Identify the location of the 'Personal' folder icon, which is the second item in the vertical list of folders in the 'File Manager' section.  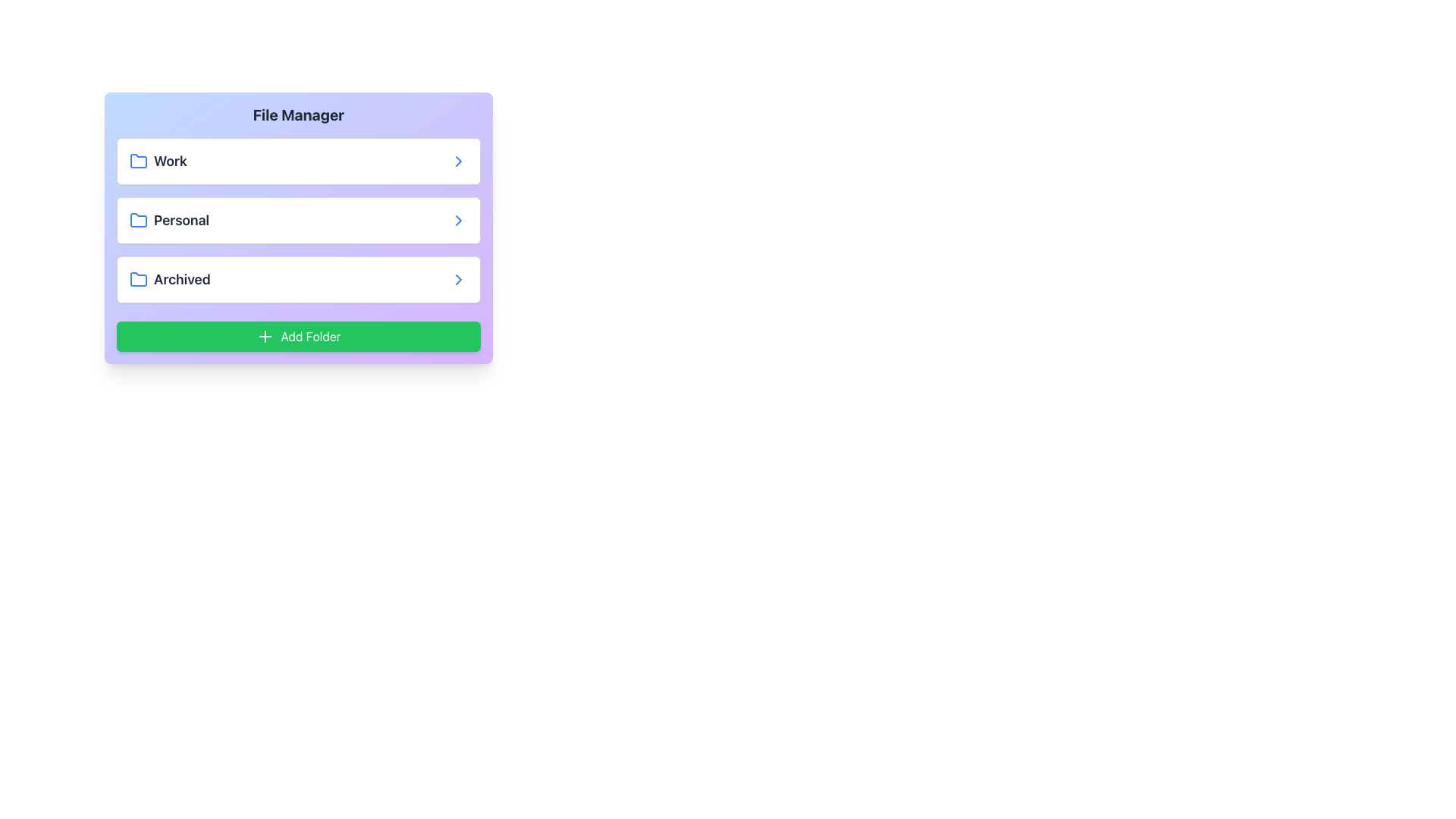
(138, 219).